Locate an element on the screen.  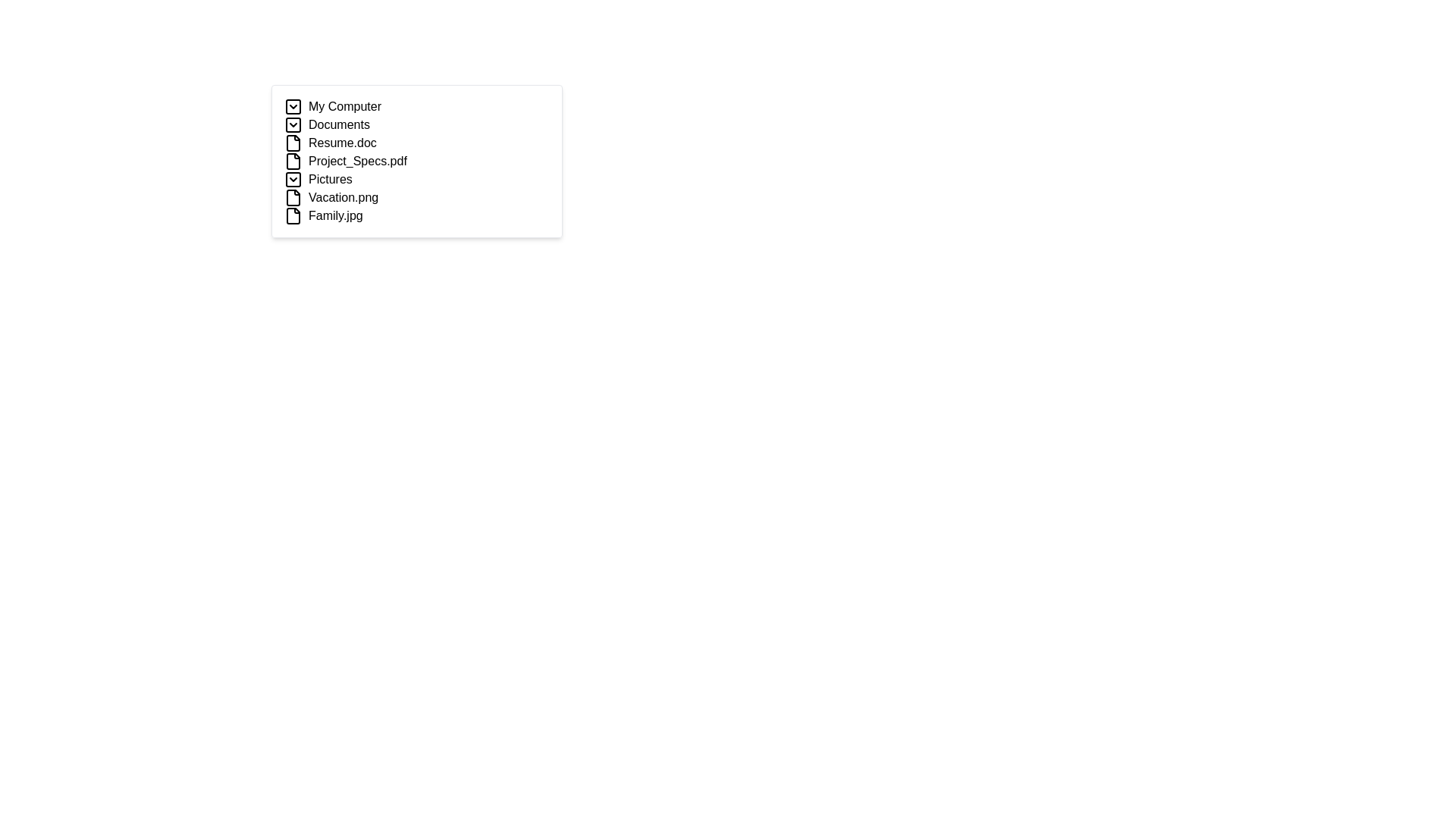
the file icon representing 'Project_Specs.pdf' is located at coordinates (293, 161).